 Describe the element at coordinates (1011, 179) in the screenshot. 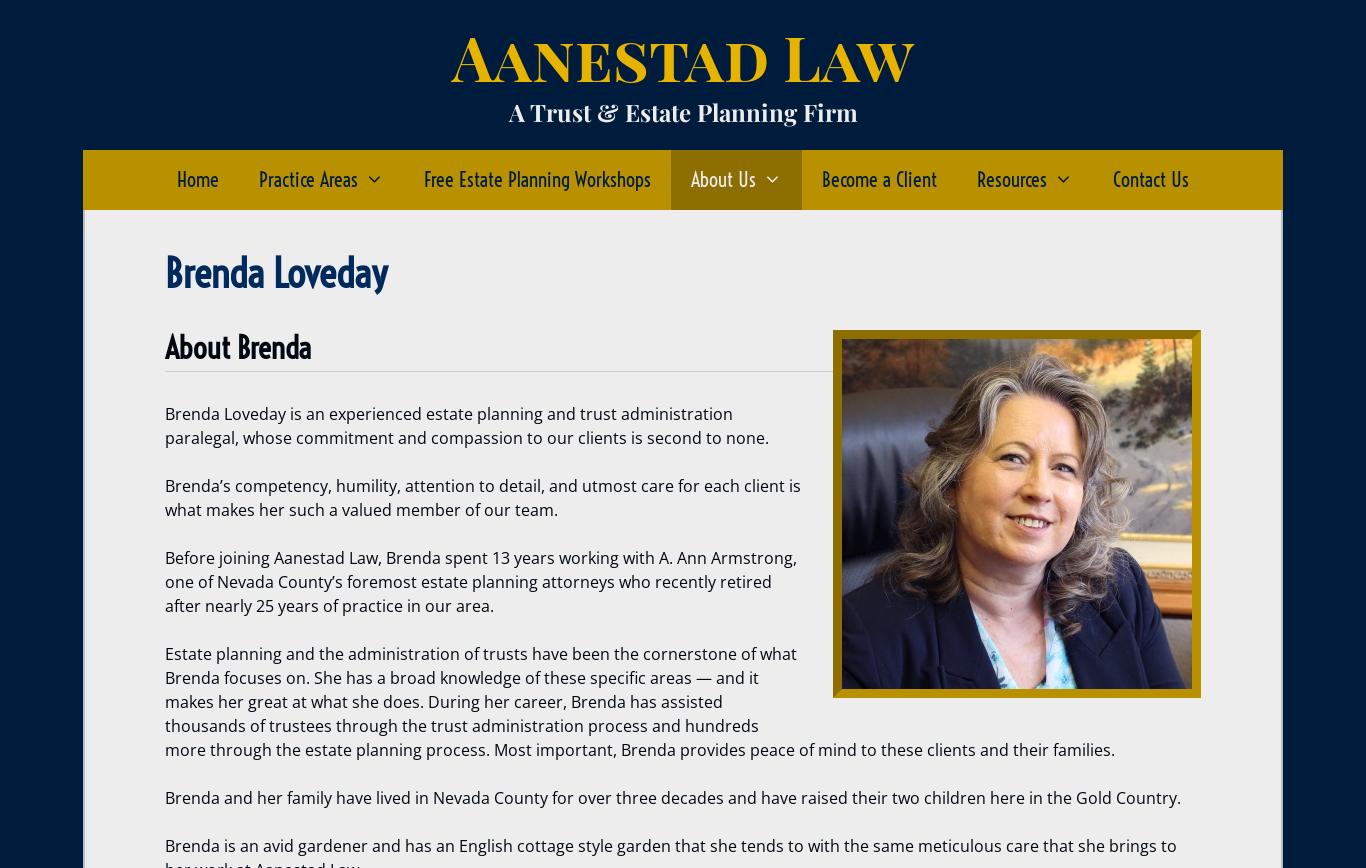

I see `'Resources'` at that location.